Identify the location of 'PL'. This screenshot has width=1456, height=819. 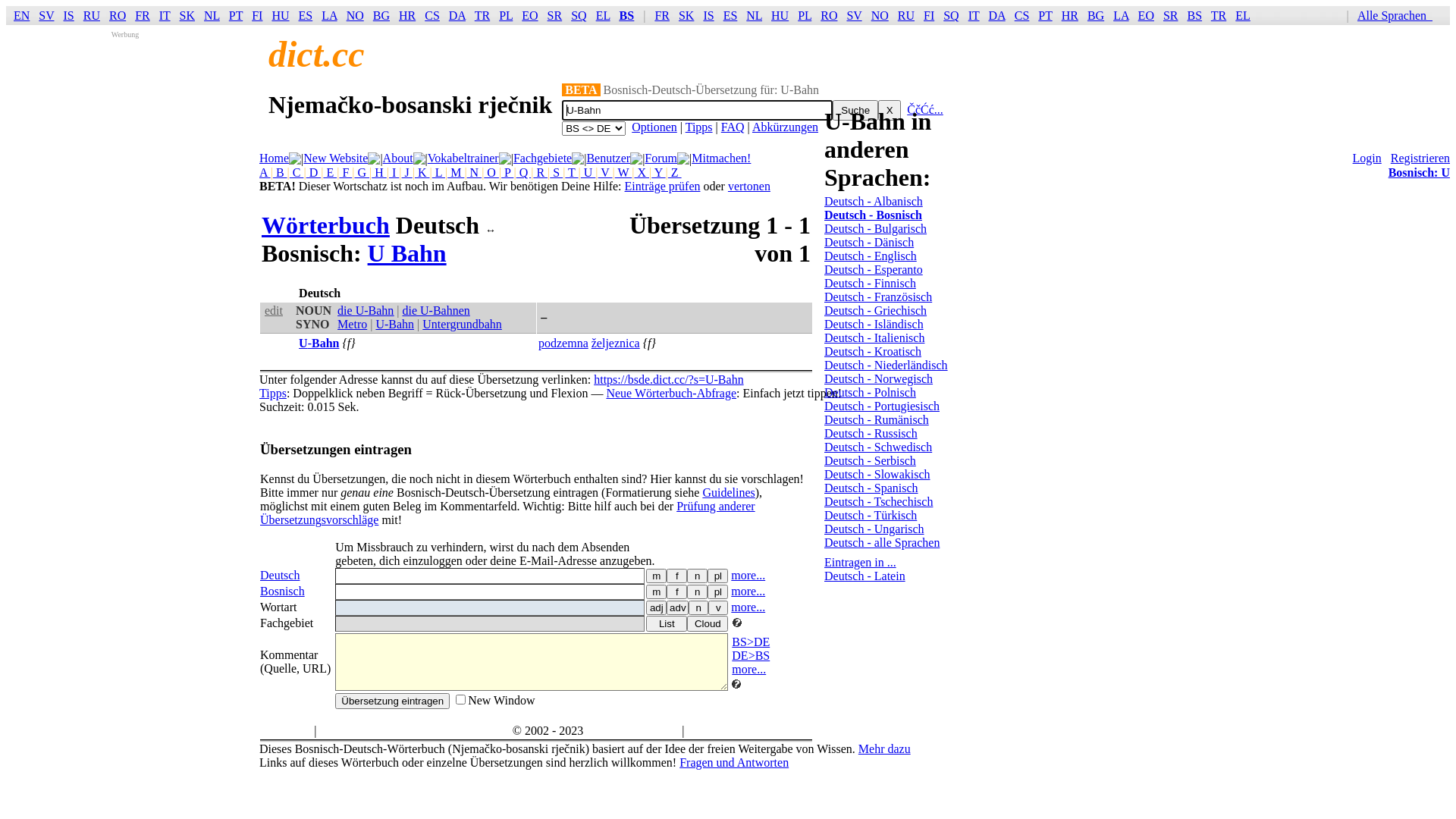
(506, 15).